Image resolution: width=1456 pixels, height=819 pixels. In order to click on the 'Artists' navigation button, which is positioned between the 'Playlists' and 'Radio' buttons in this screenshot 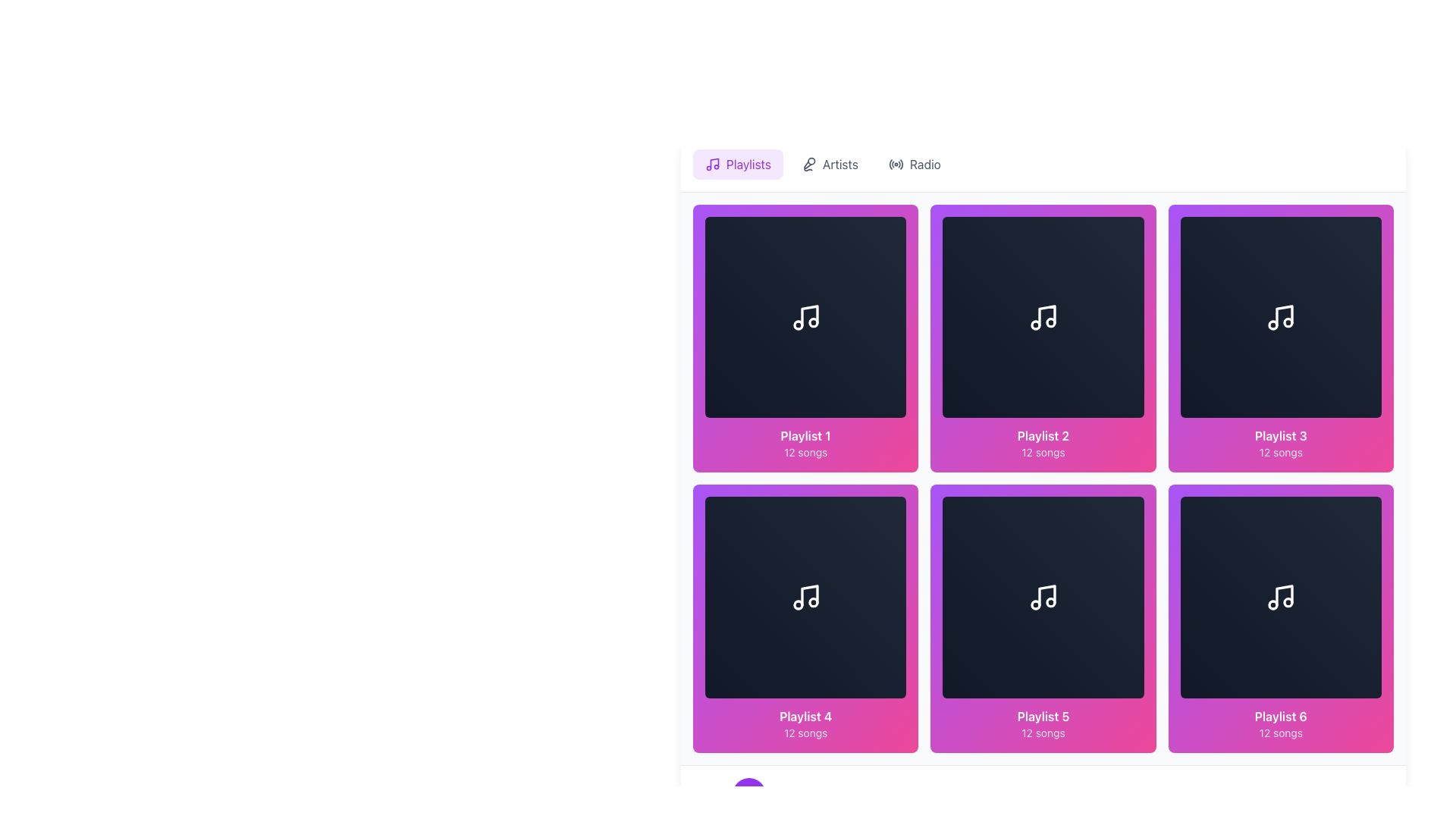, I will do `click(829, 164)`.